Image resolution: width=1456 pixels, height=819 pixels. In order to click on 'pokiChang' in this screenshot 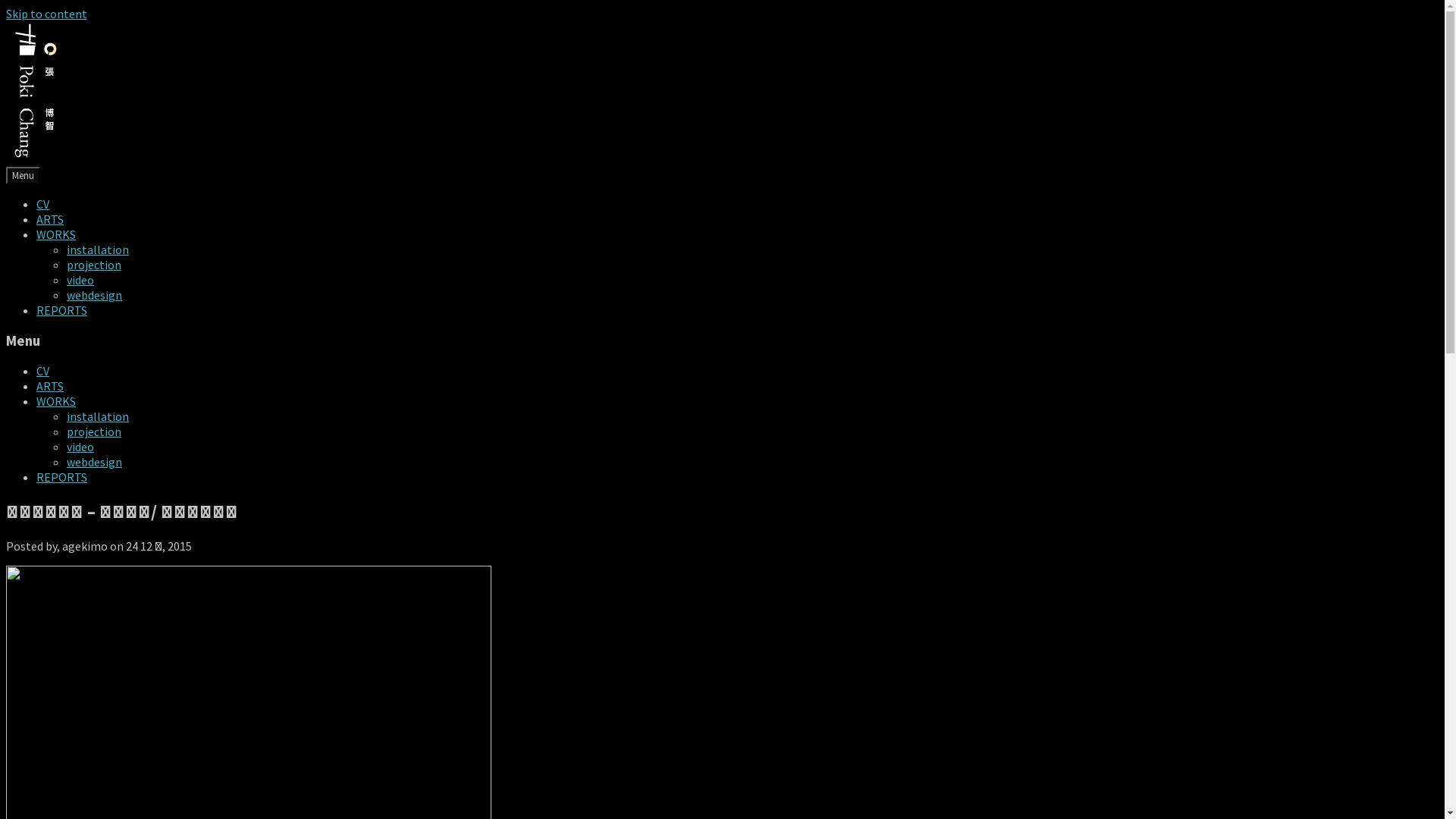, I will do `click(36, 158)`.